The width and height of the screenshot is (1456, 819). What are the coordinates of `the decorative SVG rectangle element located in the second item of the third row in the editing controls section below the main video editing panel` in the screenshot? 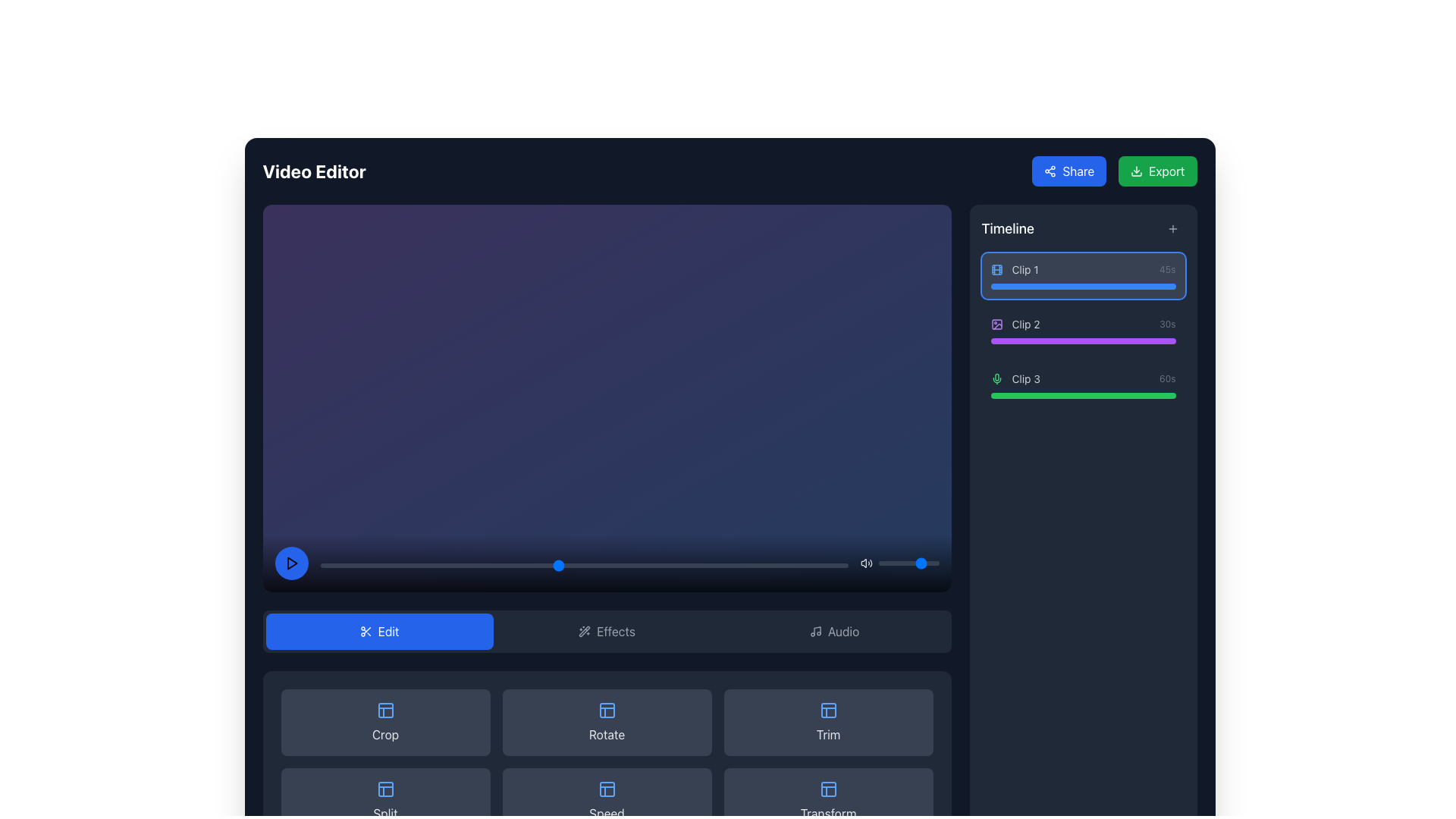 It's located at (607, 710).